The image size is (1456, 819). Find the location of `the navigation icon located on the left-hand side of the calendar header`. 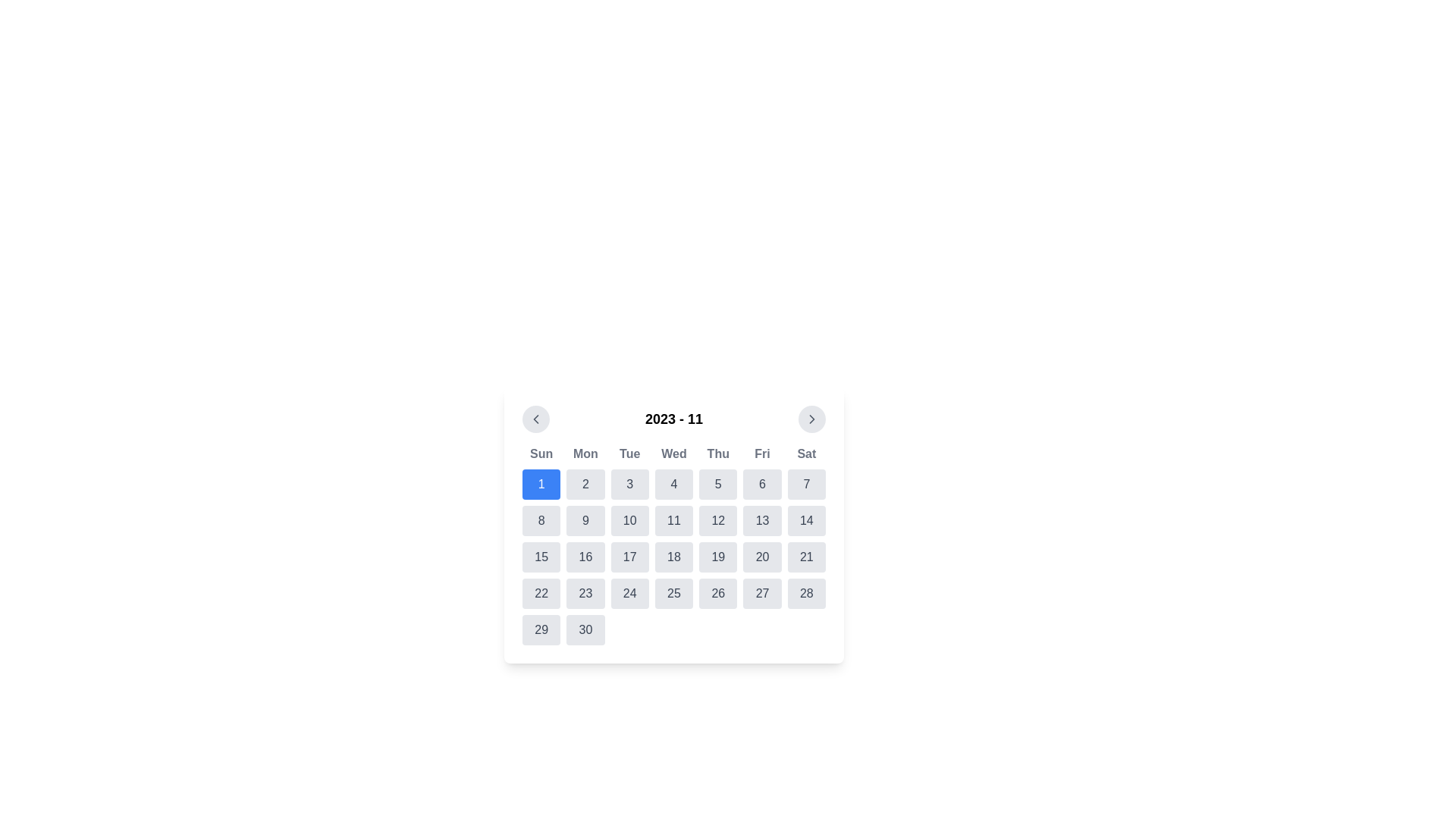

the navigation icon located on the left-hand side of the calendar header is located at coordinates (535, 419).